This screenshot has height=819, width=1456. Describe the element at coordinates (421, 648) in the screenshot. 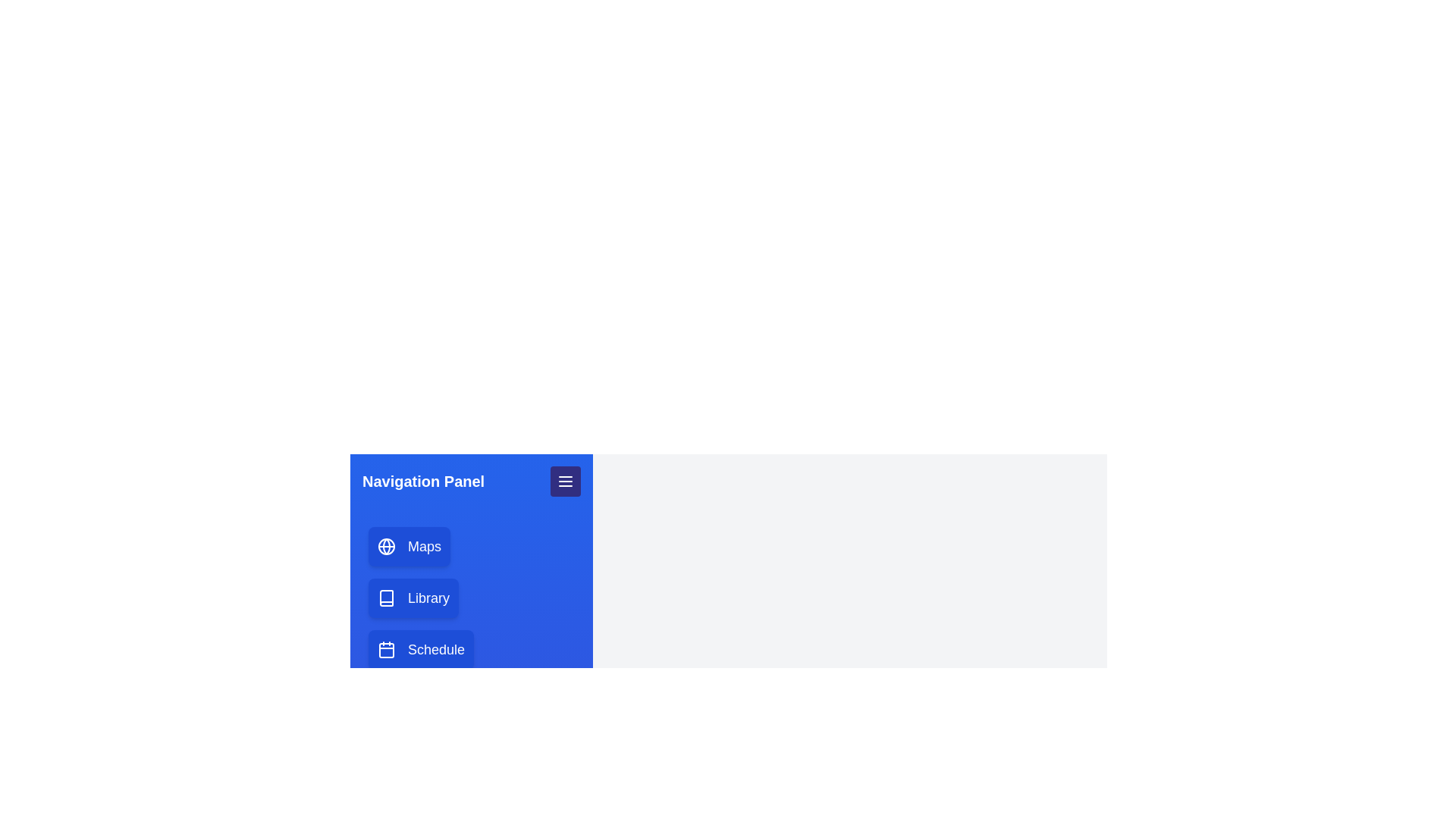

I see `the button corresponding to the category Schedule` at that location.